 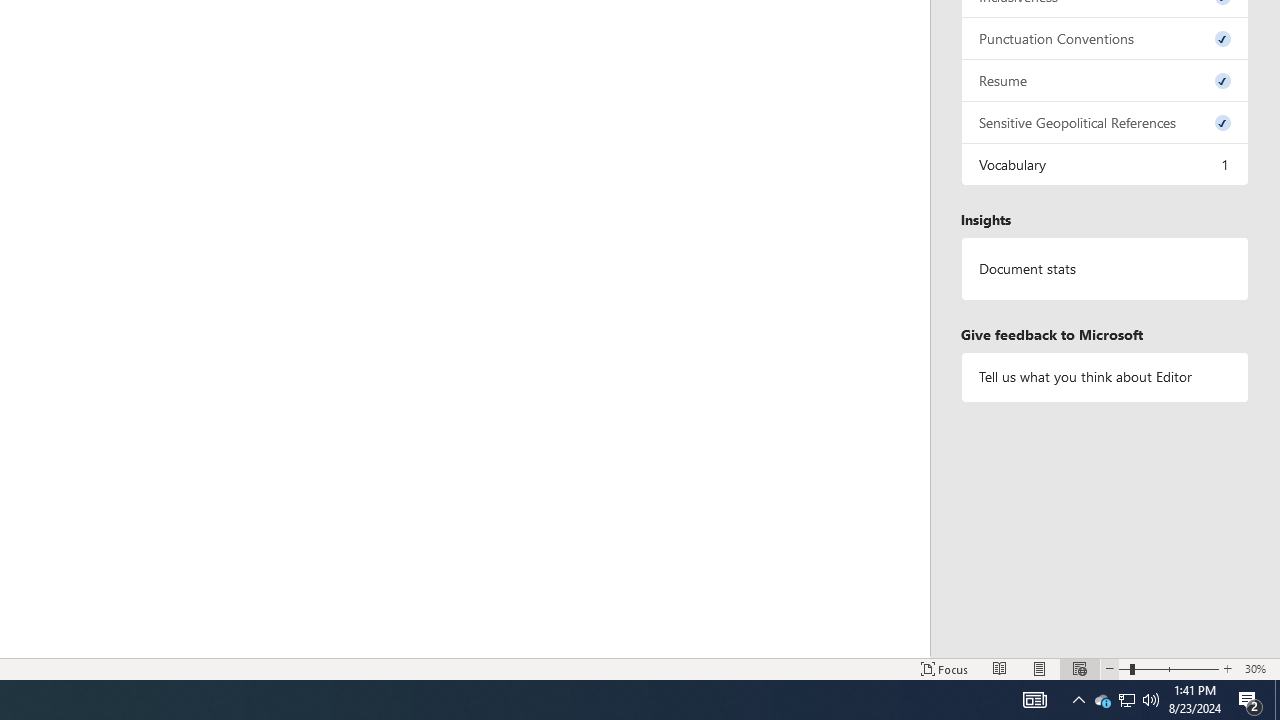 What do you see at coordinates (1104, 79) in the screenshot?
I see `'Resume, 0 issues. Press space or enter to review items.'` at bounding box center [1104, 79].